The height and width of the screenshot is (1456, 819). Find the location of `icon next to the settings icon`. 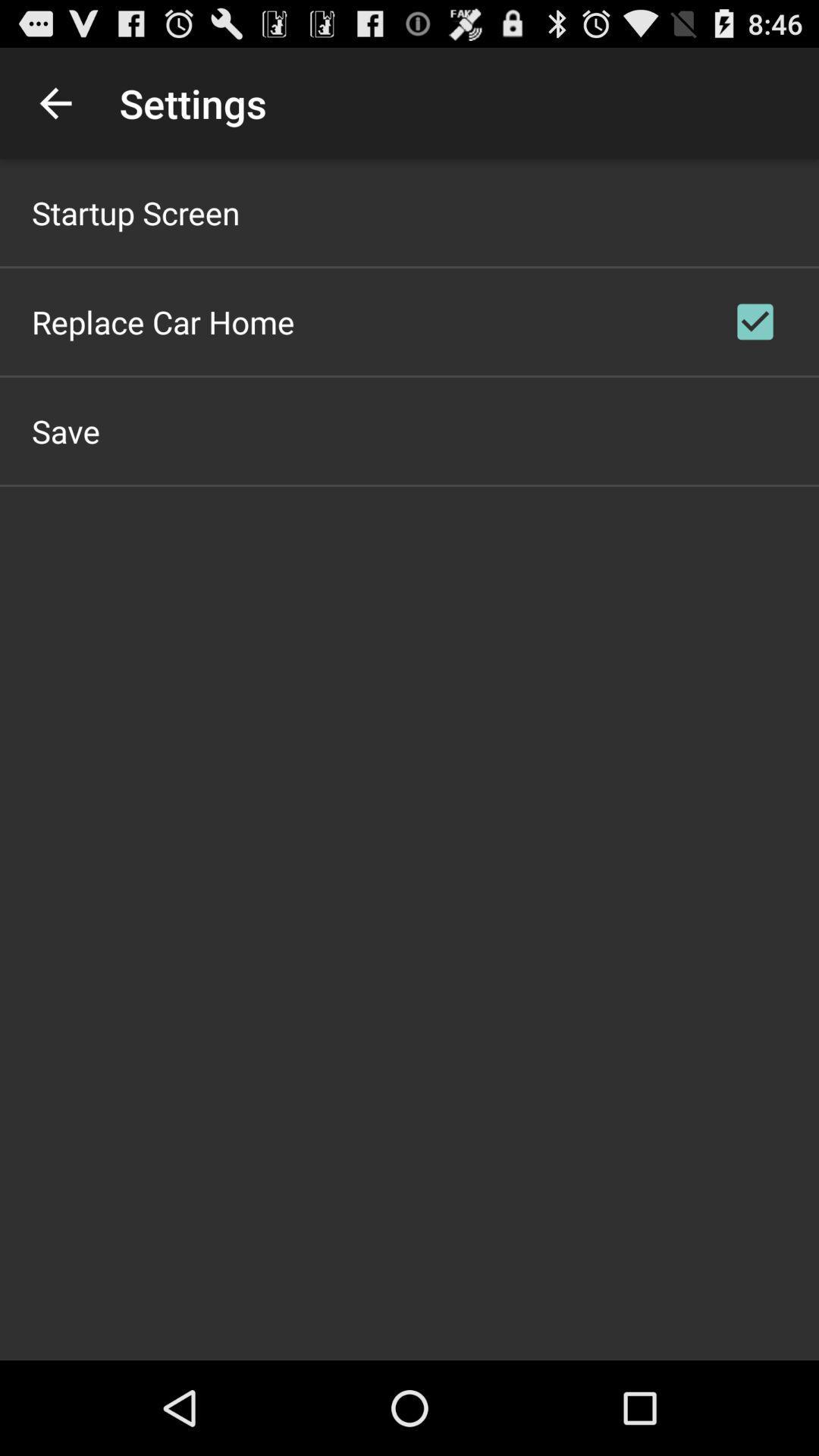

icon next to the settings icon is located at coordinates (55, 102).